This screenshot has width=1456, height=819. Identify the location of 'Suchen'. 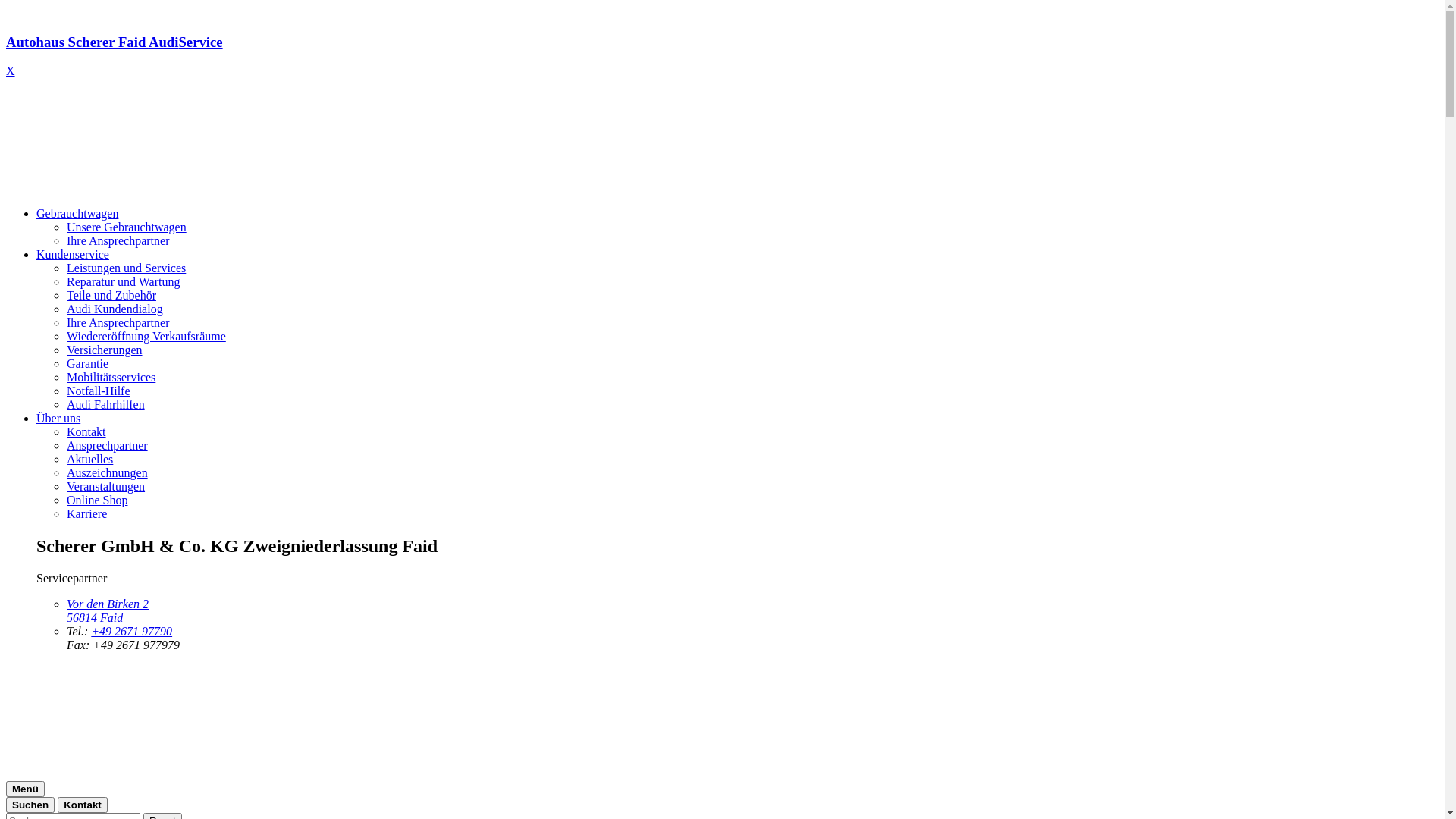
(30, 804).